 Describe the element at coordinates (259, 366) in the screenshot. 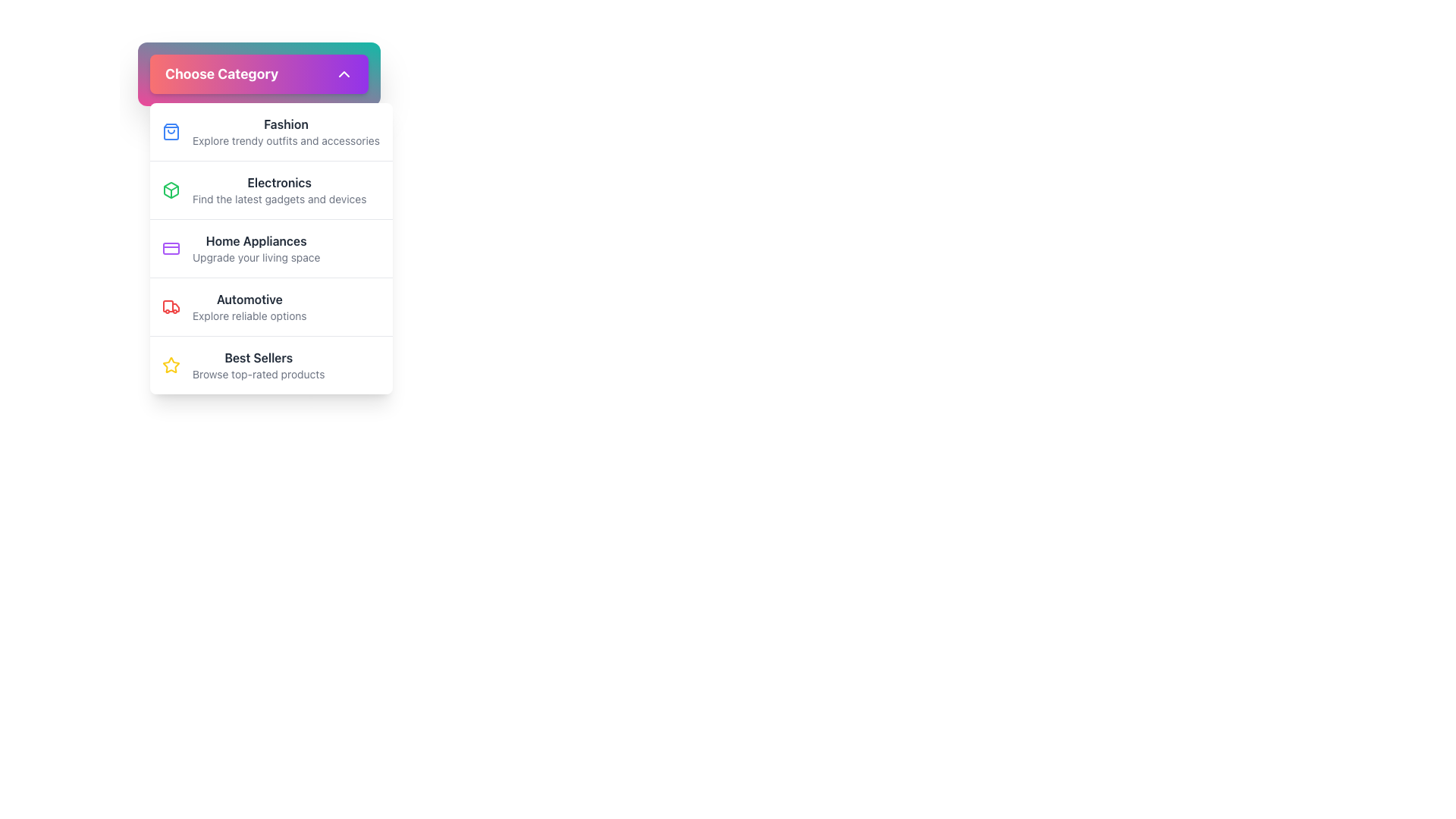

I see `the 'Best Sellers' text element located at the bottom of the category options dropdown, below 'Automotive'` at that location.